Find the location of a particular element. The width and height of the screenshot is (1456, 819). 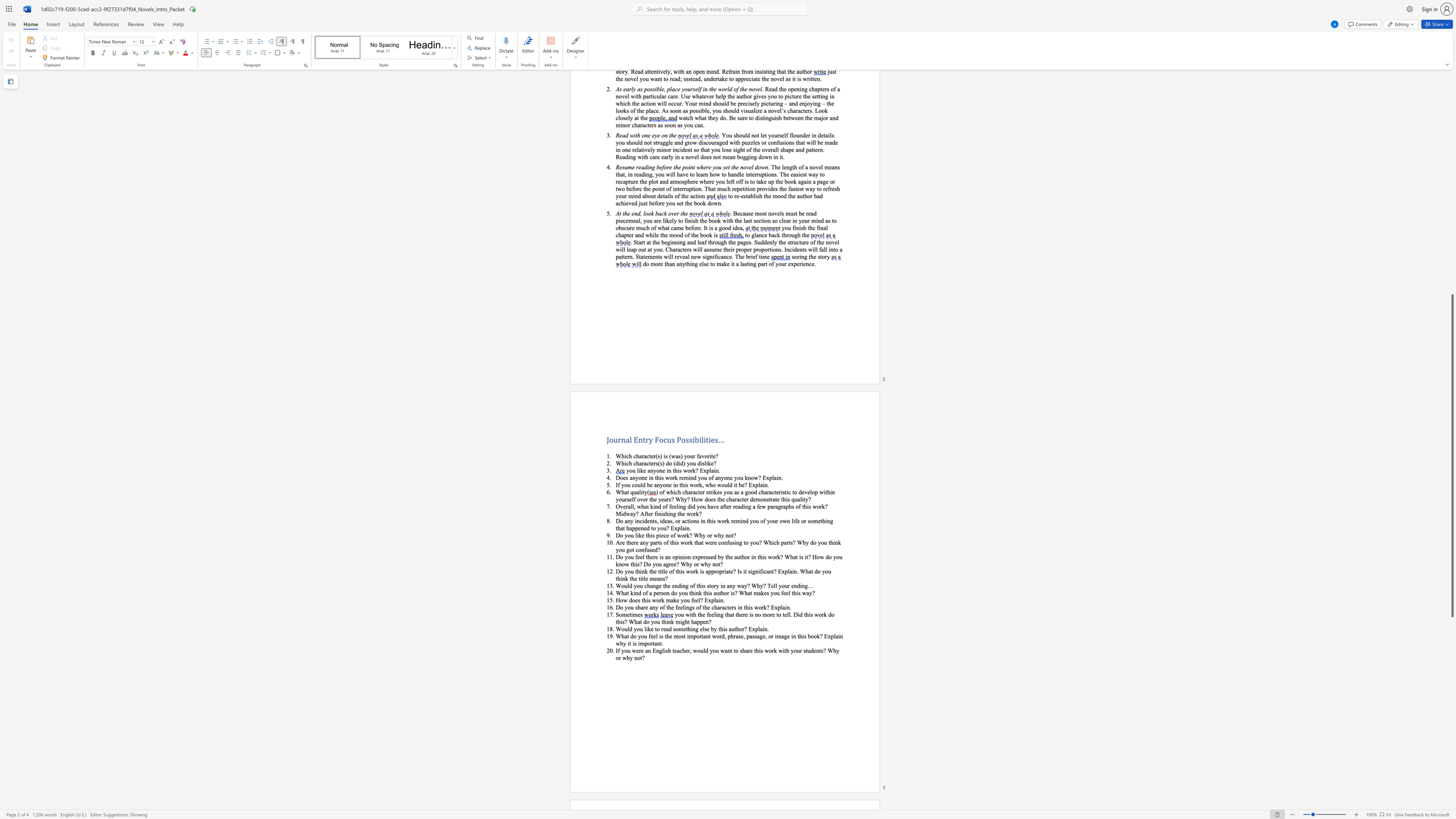

the 3th character "l" in the text is located at coordinates (759, 484).